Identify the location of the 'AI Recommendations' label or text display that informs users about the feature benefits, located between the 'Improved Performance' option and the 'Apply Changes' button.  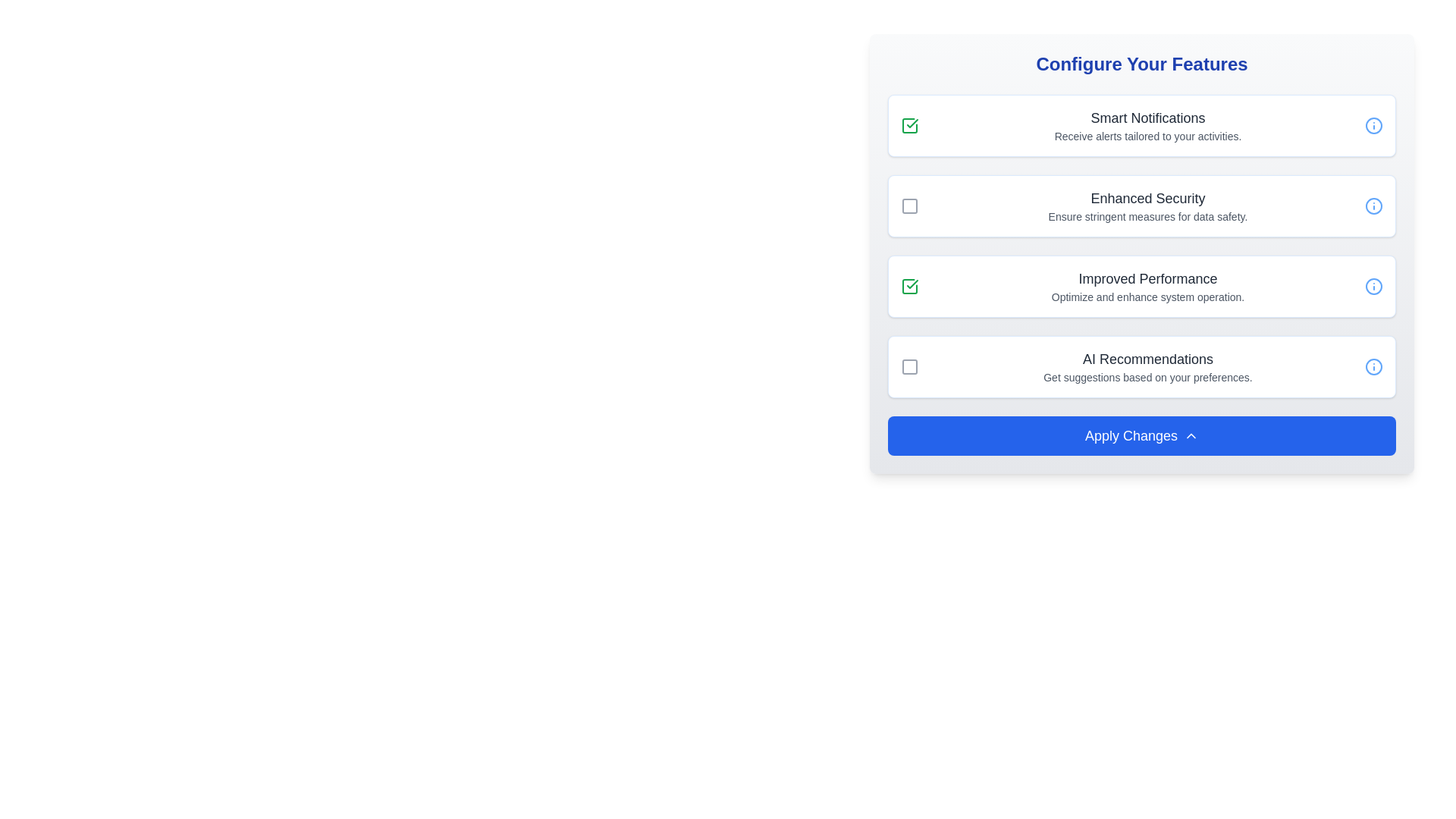
(1147, 366).